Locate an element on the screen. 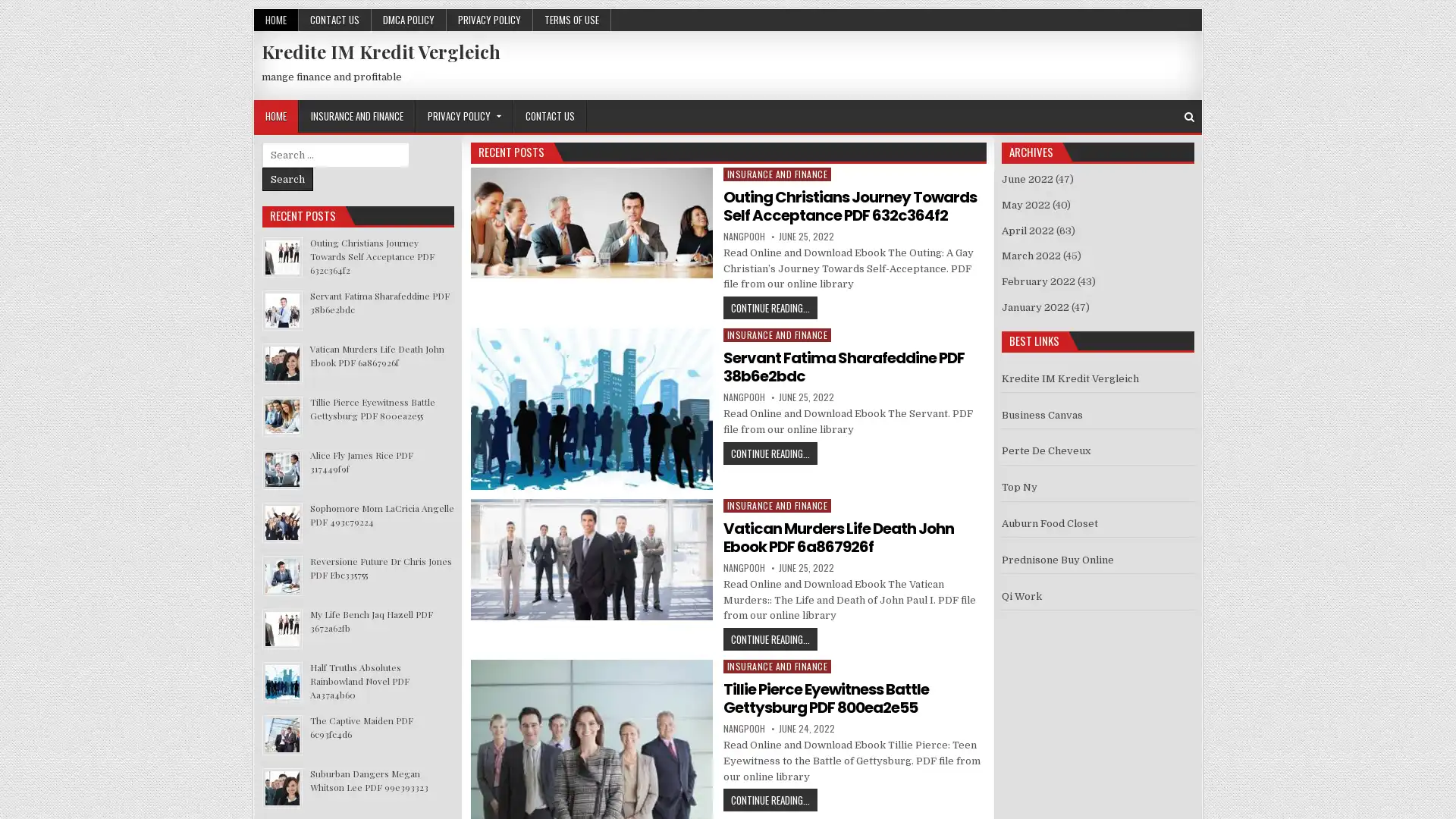  Search is located at coordinates (287, 178).